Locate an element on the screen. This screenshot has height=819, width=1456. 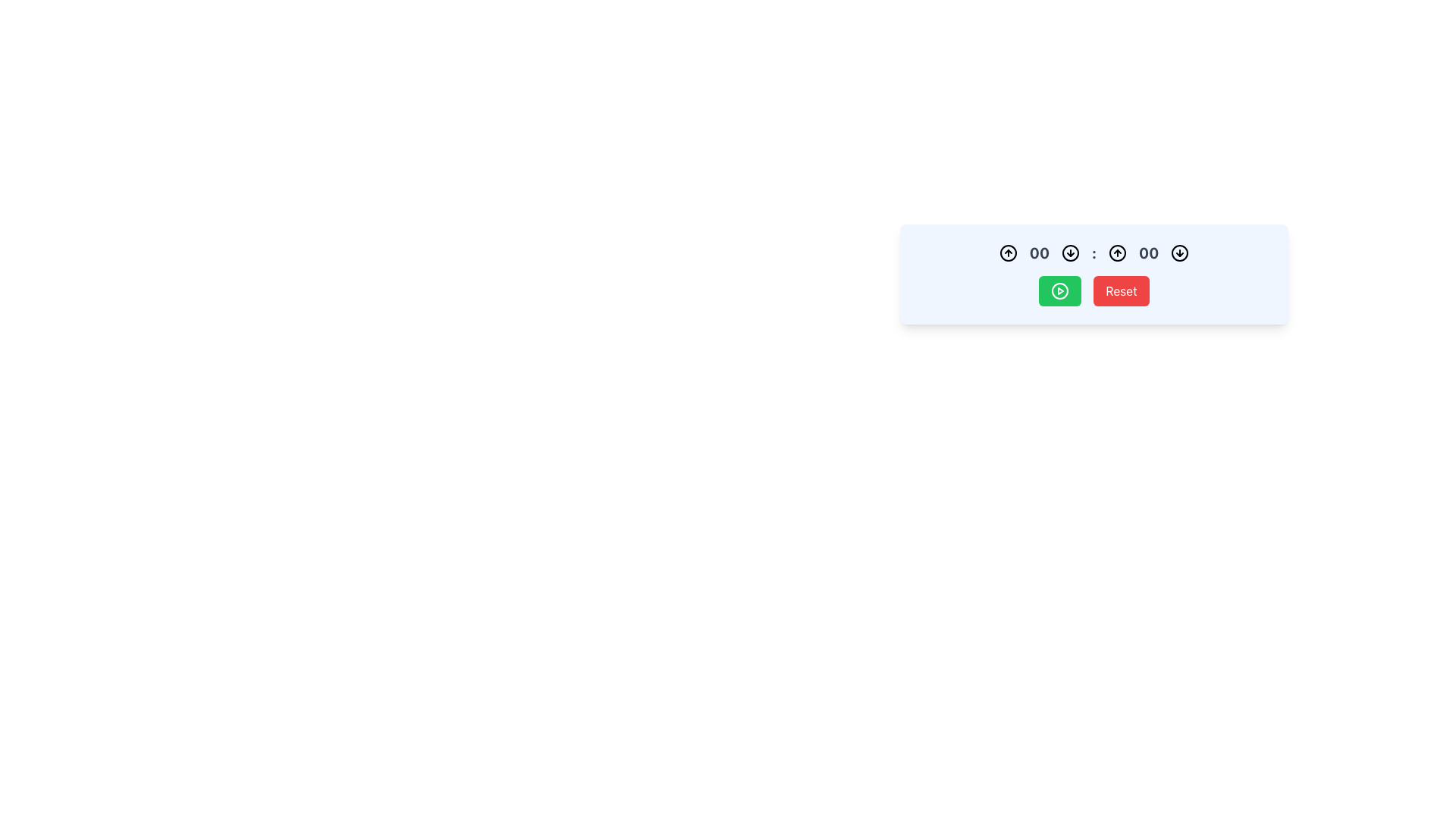
the green button with a white play icon located near the center-bottom of the layout is located at coordinates (1059, 291).